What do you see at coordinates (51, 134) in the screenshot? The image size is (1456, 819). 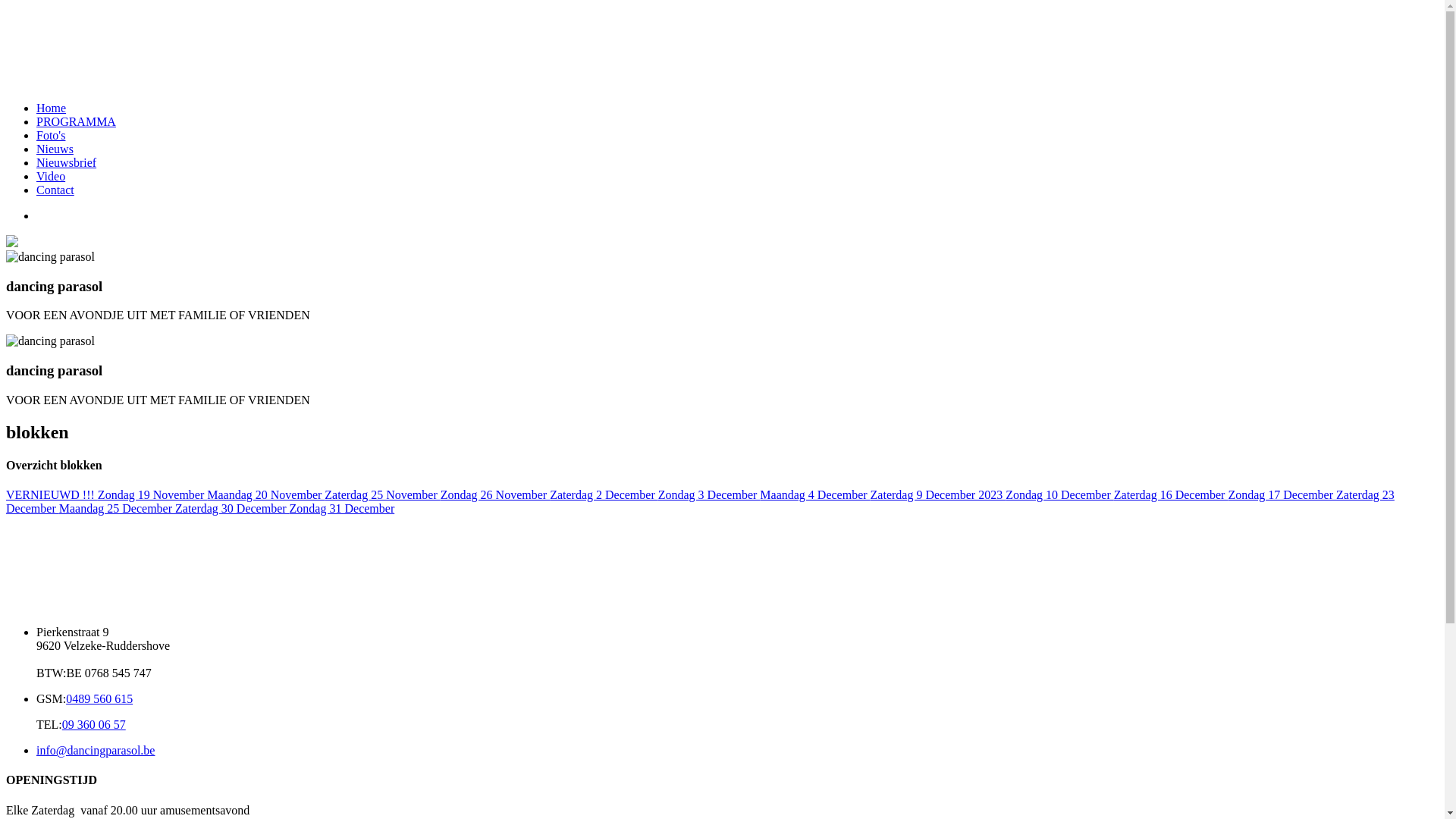 I see `'Foto's'` at bounding box center [51, 134].